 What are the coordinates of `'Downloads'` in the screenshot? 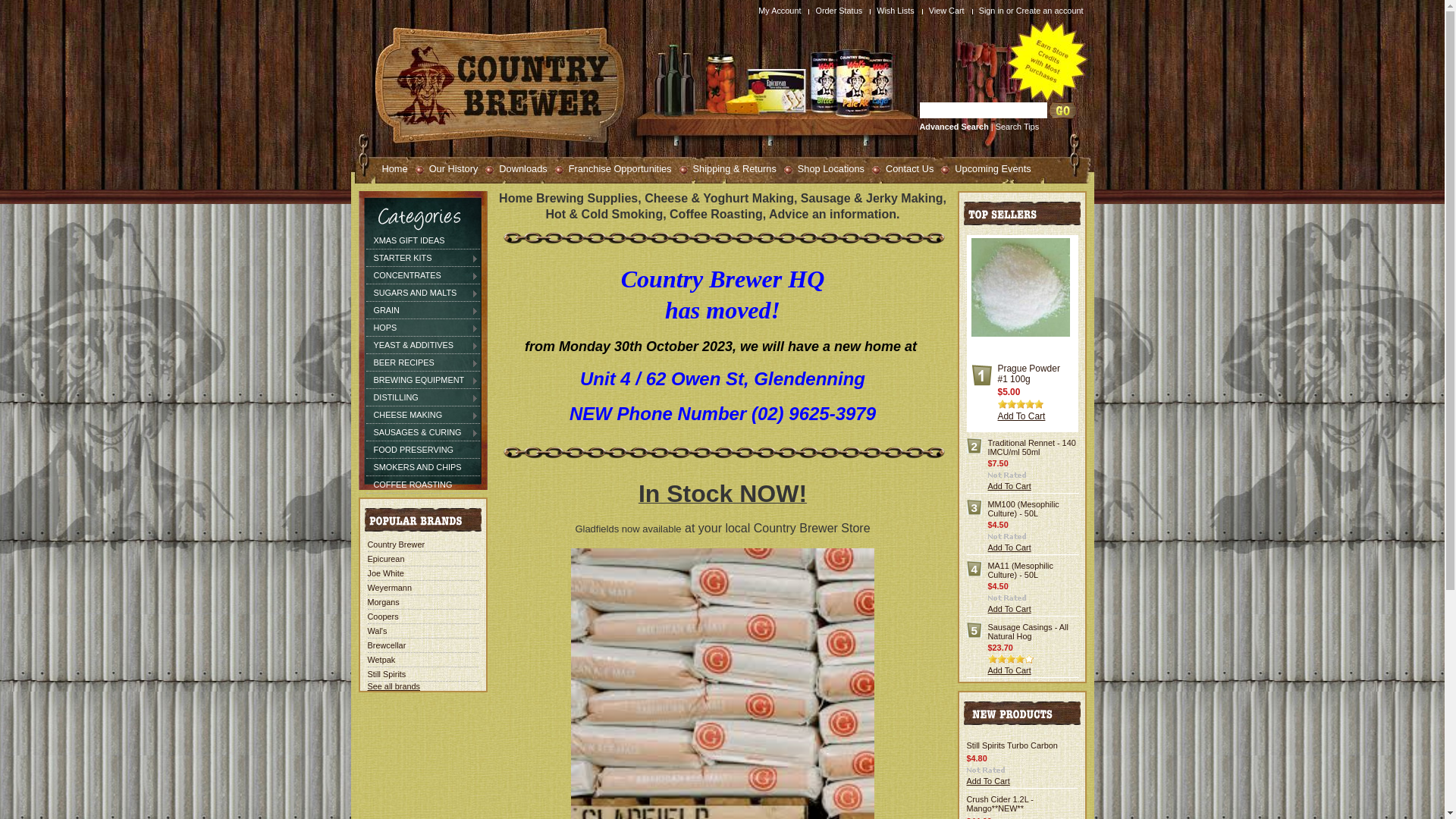 It's located at (516, 168).